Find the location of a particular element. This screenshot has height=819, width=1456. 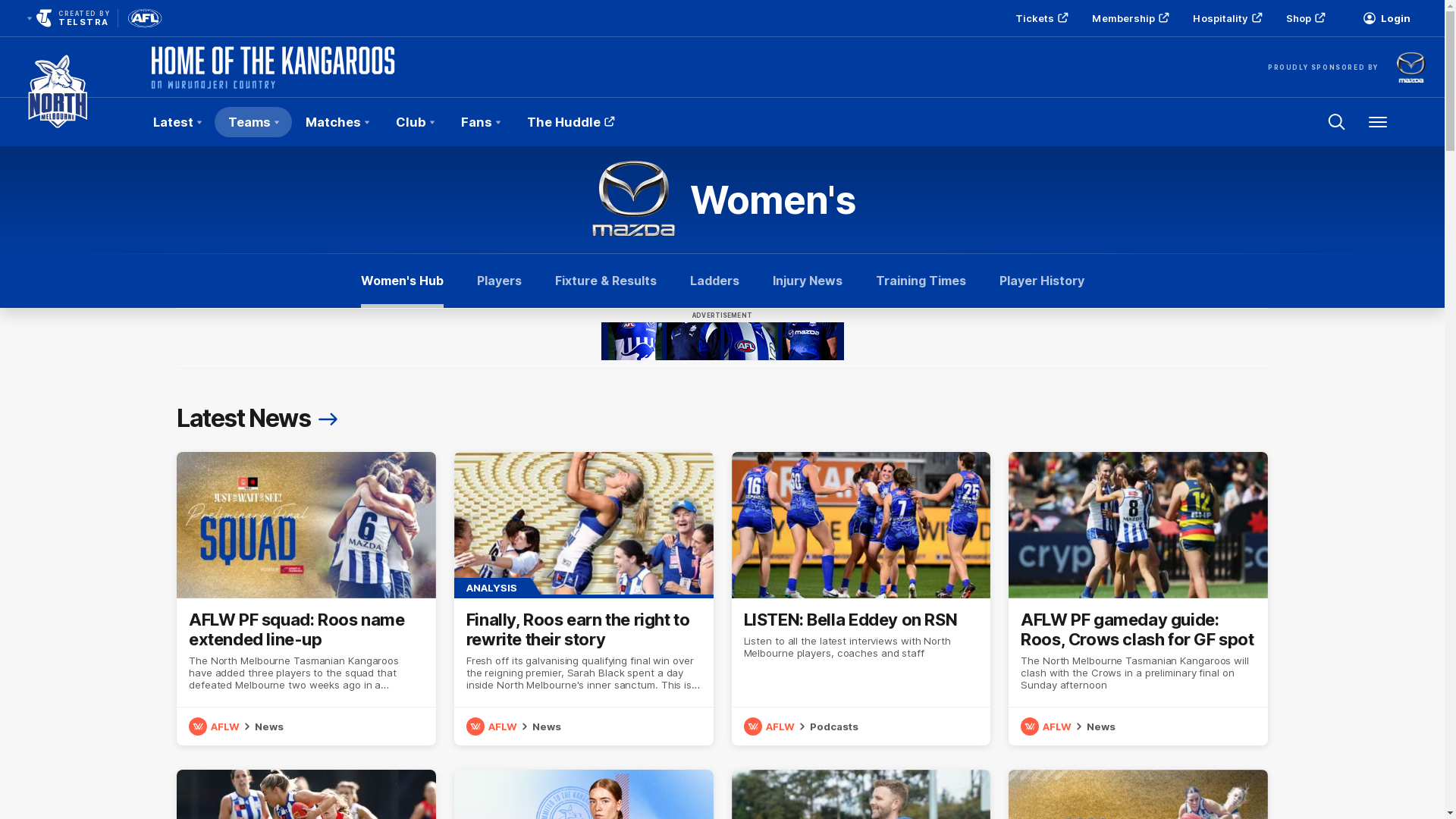

'Hospitality' is located at coordinates (1225, 17).